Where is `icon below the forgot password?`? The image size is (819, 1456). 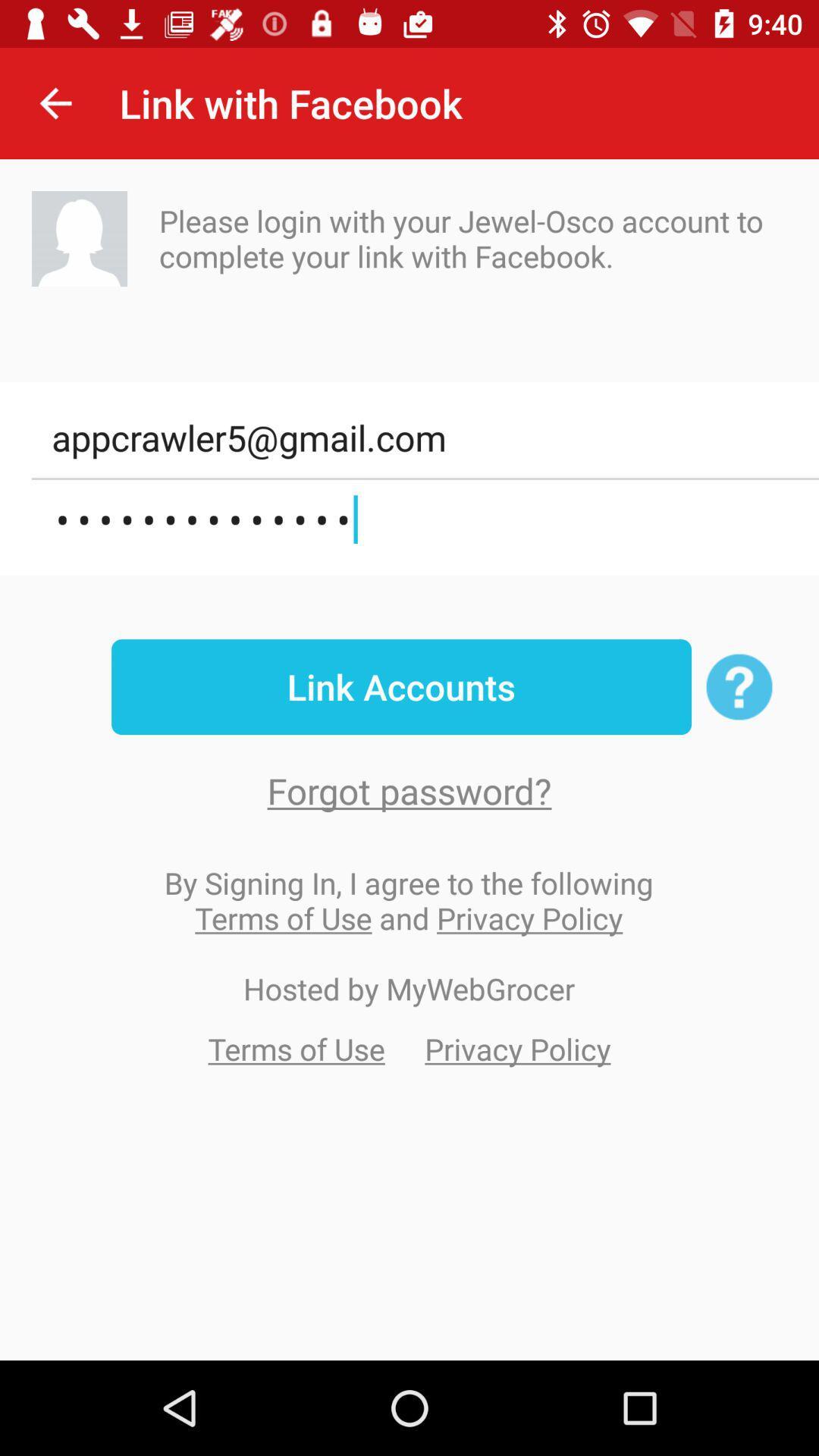
icon below the forgot password? is located at coordinates (408, 900).